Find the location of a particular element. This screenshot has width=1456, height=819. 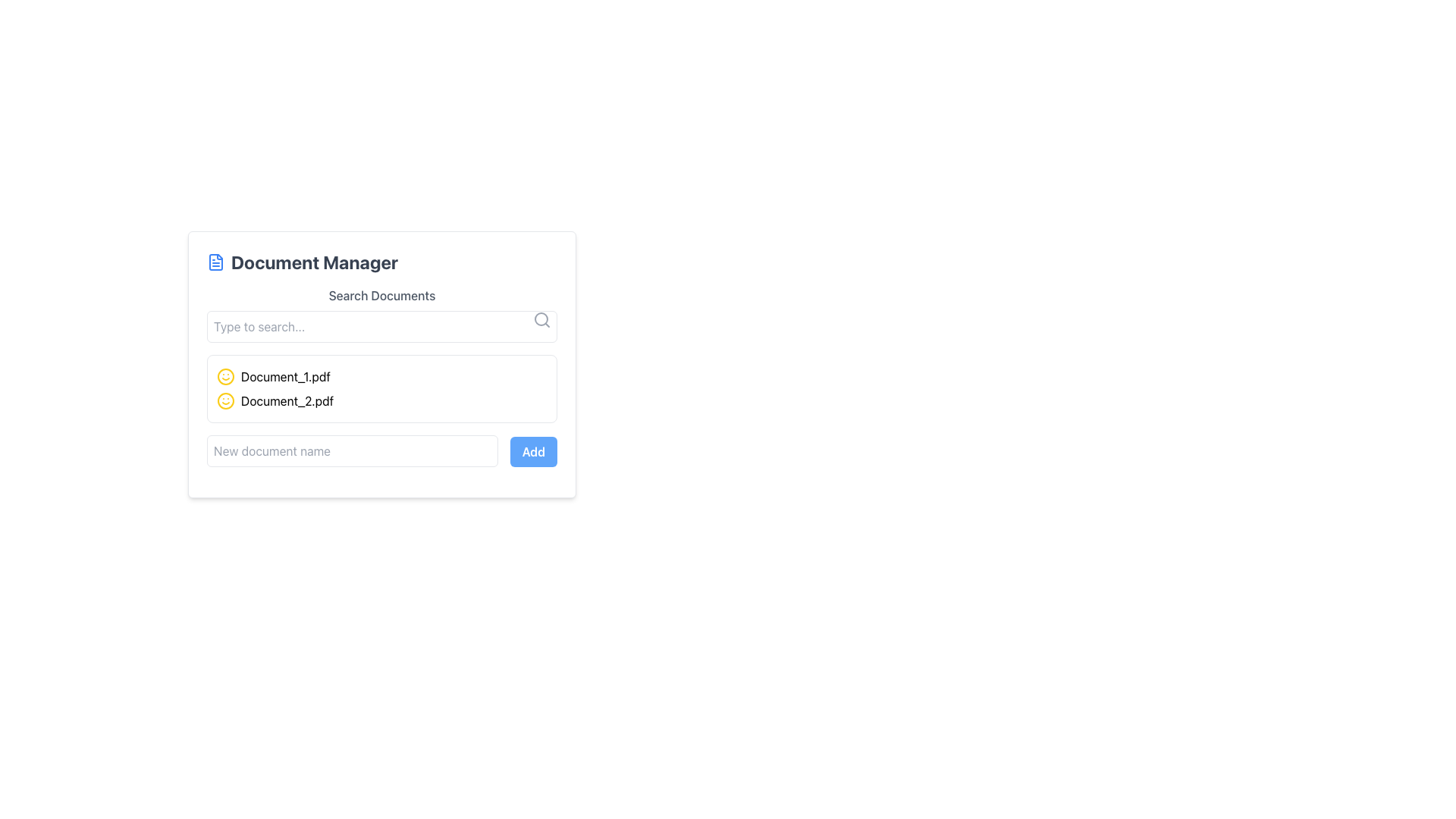

the decorative icon component representing the outer border of the smiley face icon, which is located to the left of the text 'Document_2.pdf' is located at coordinates (224, 376).